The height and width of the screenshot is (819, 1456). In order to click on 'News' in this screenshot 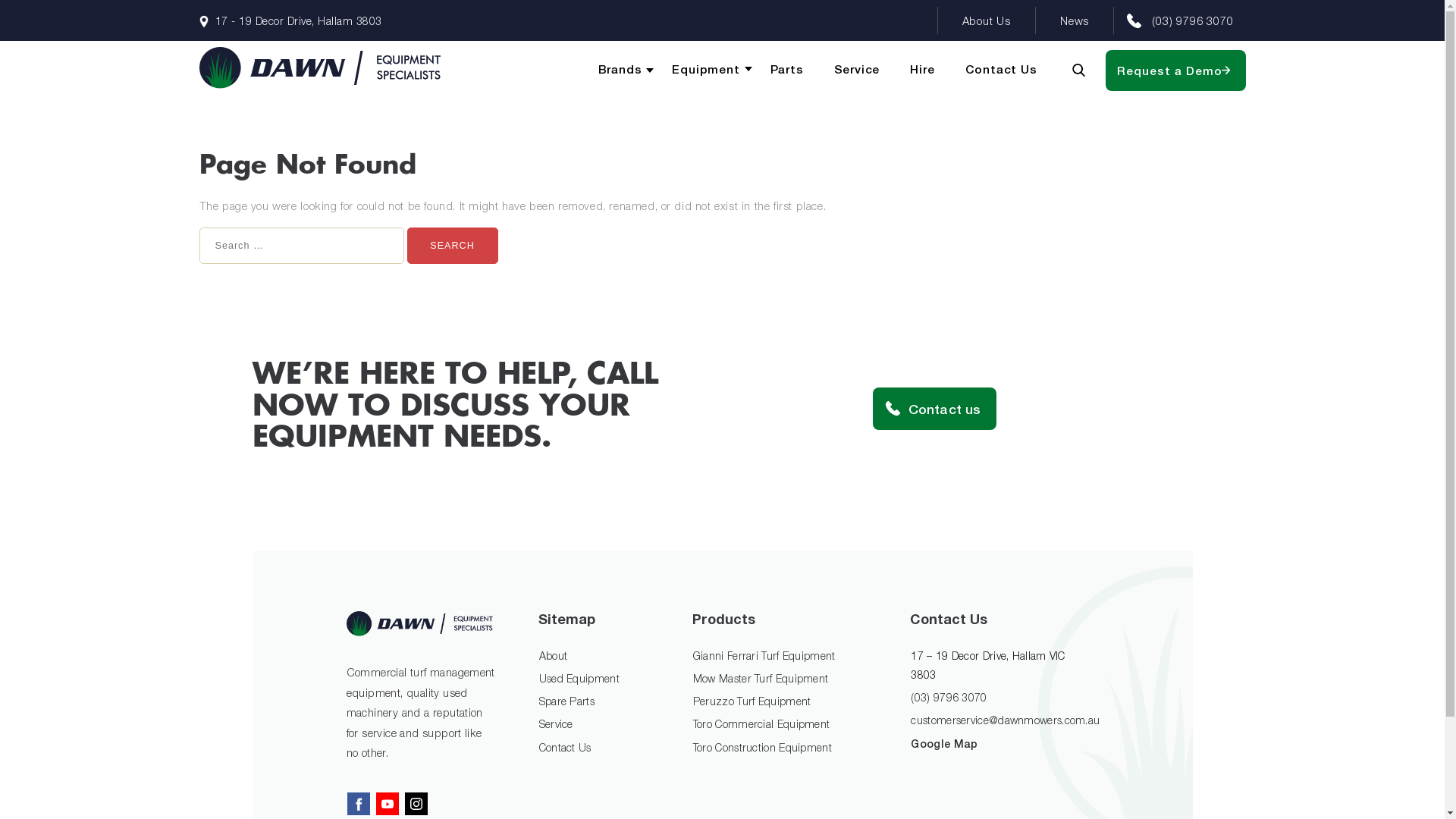, I will do `click(1059, 20)`.